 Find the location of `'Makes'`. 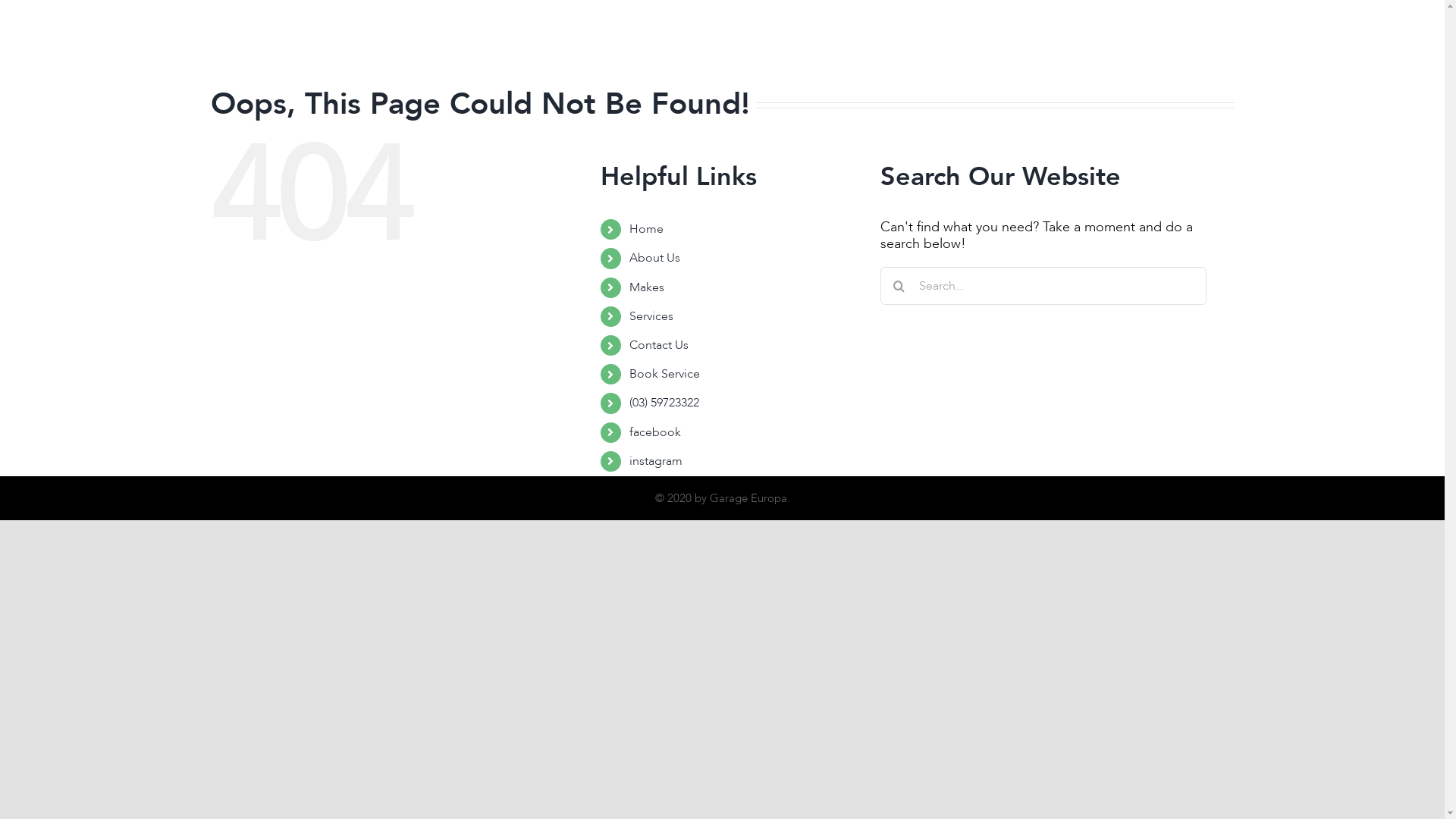

'Makes' is located at coordinates (737, 38).